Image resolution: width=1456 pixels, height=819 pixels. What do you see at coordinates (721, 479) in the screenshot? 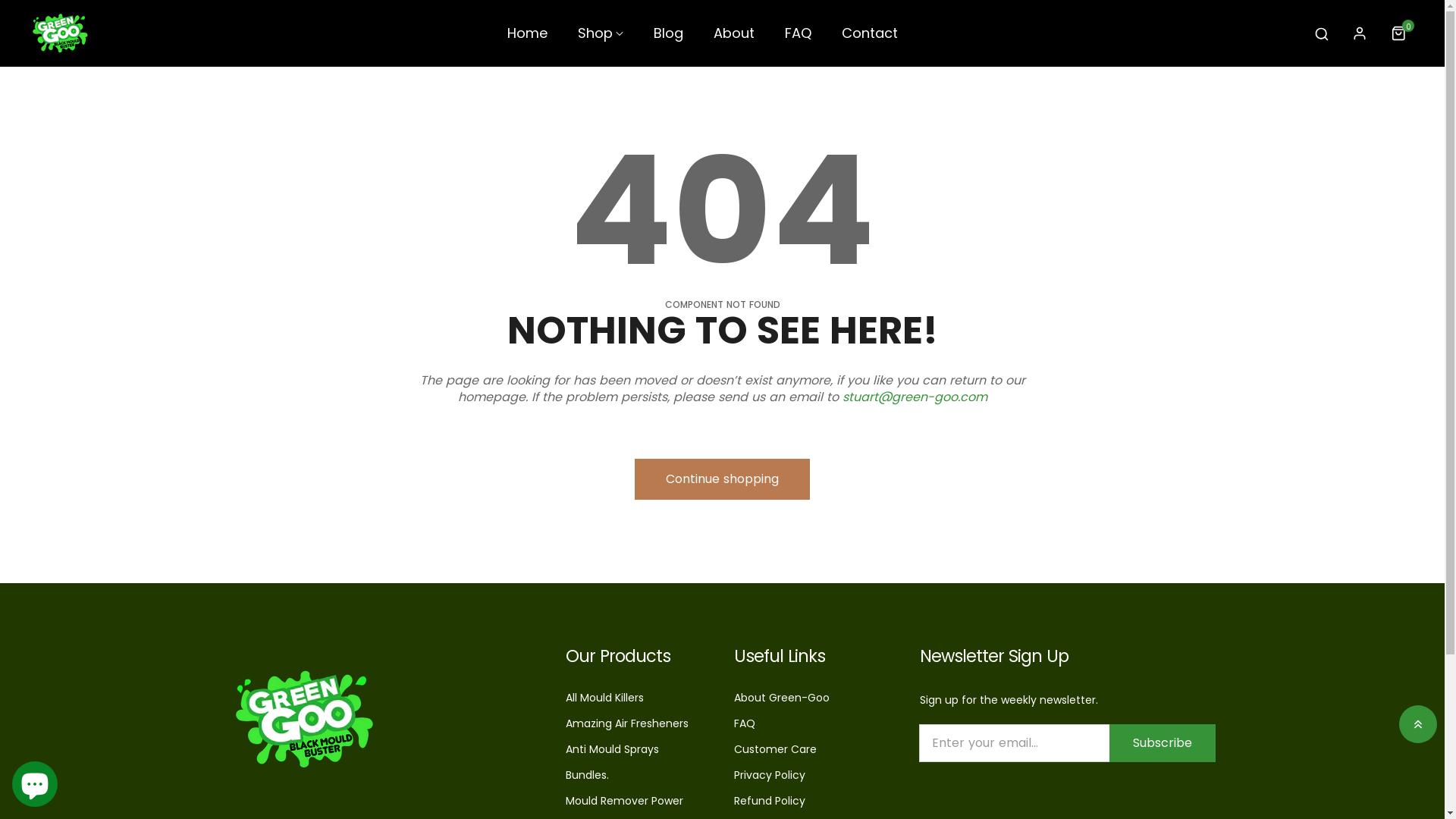
I see `'Continue shopping'` at bounding box center [721, 479].